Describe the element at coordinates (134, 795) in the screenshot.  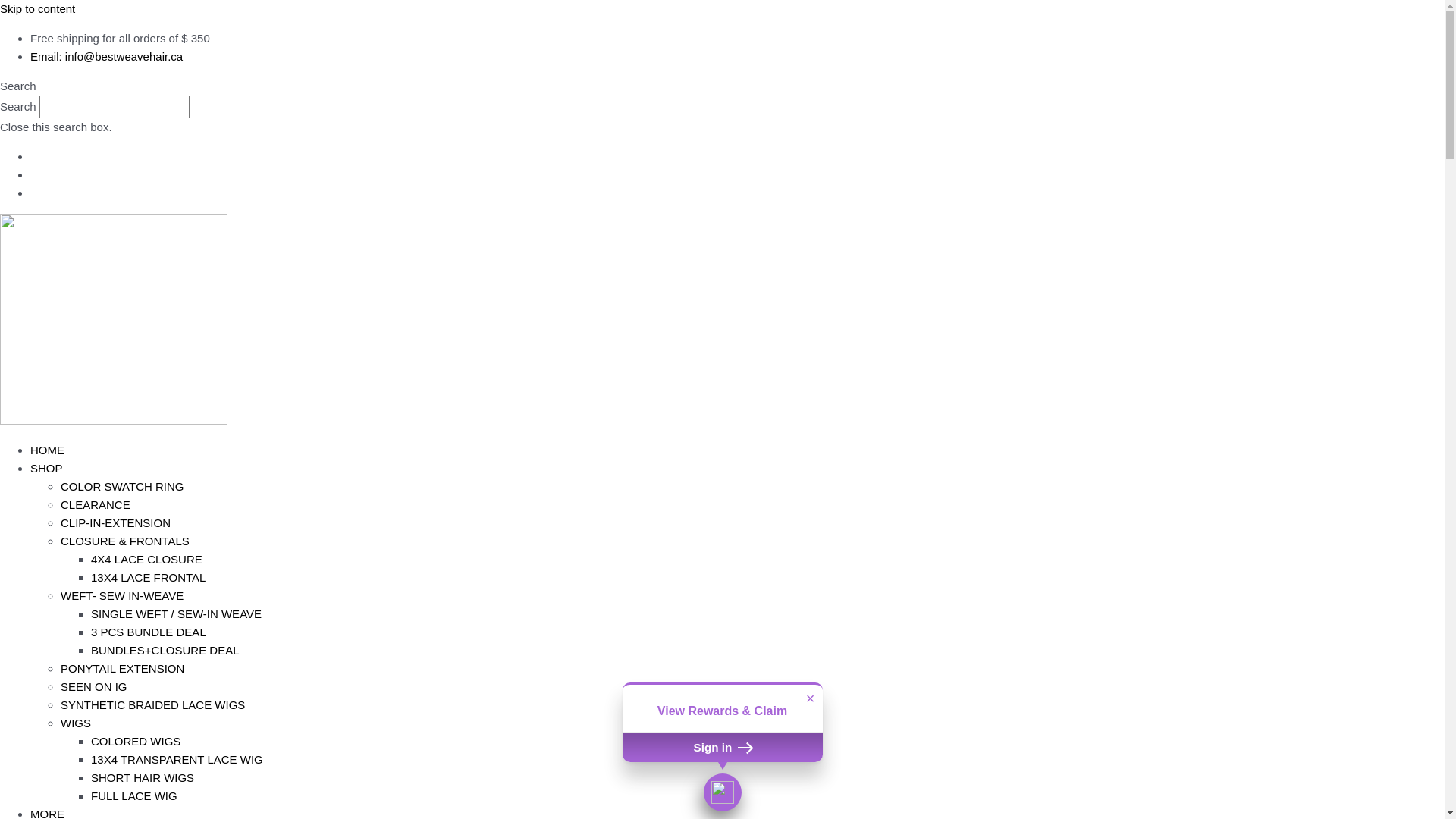
I see `'FULL LACE WIG'` at that location.